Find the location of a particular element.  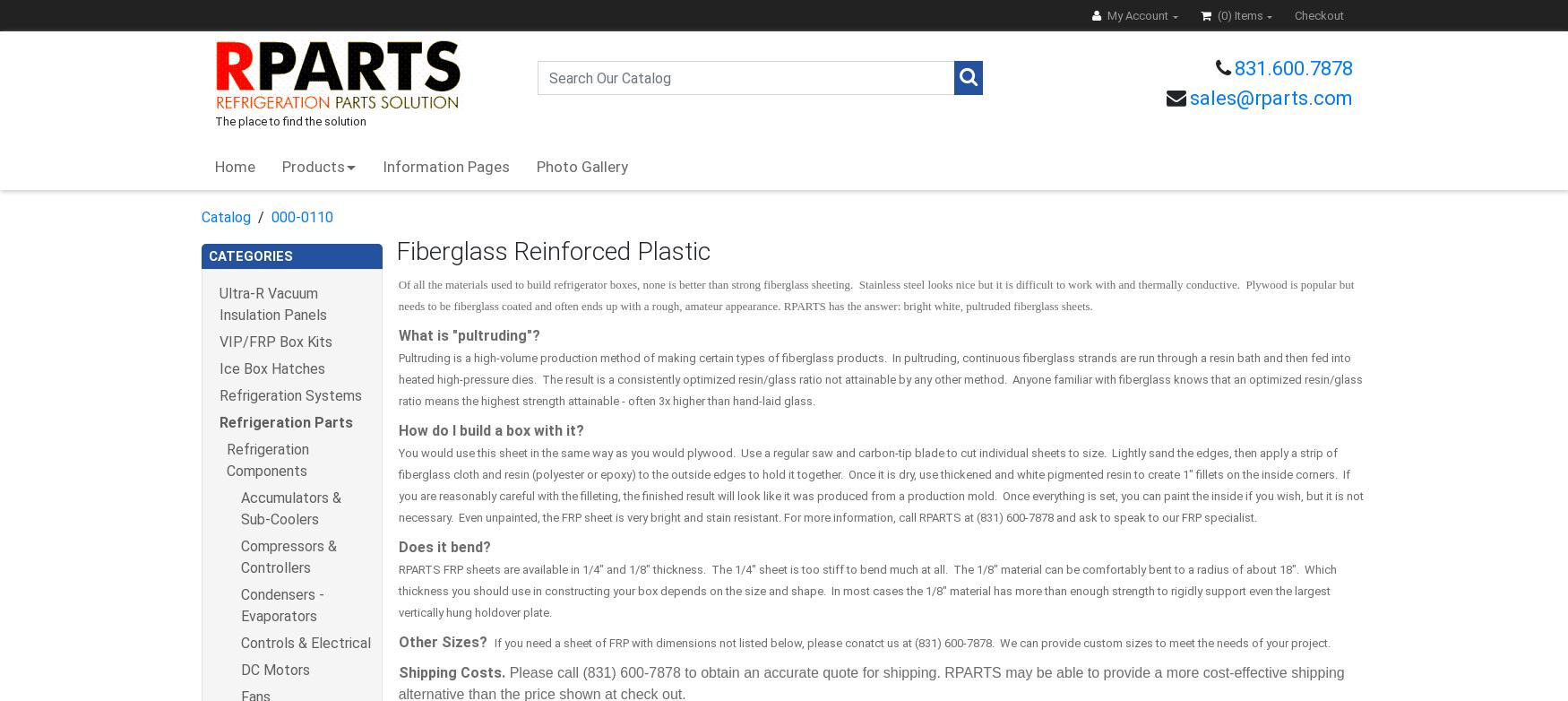

'Products' is located at coordinates (314, 167).